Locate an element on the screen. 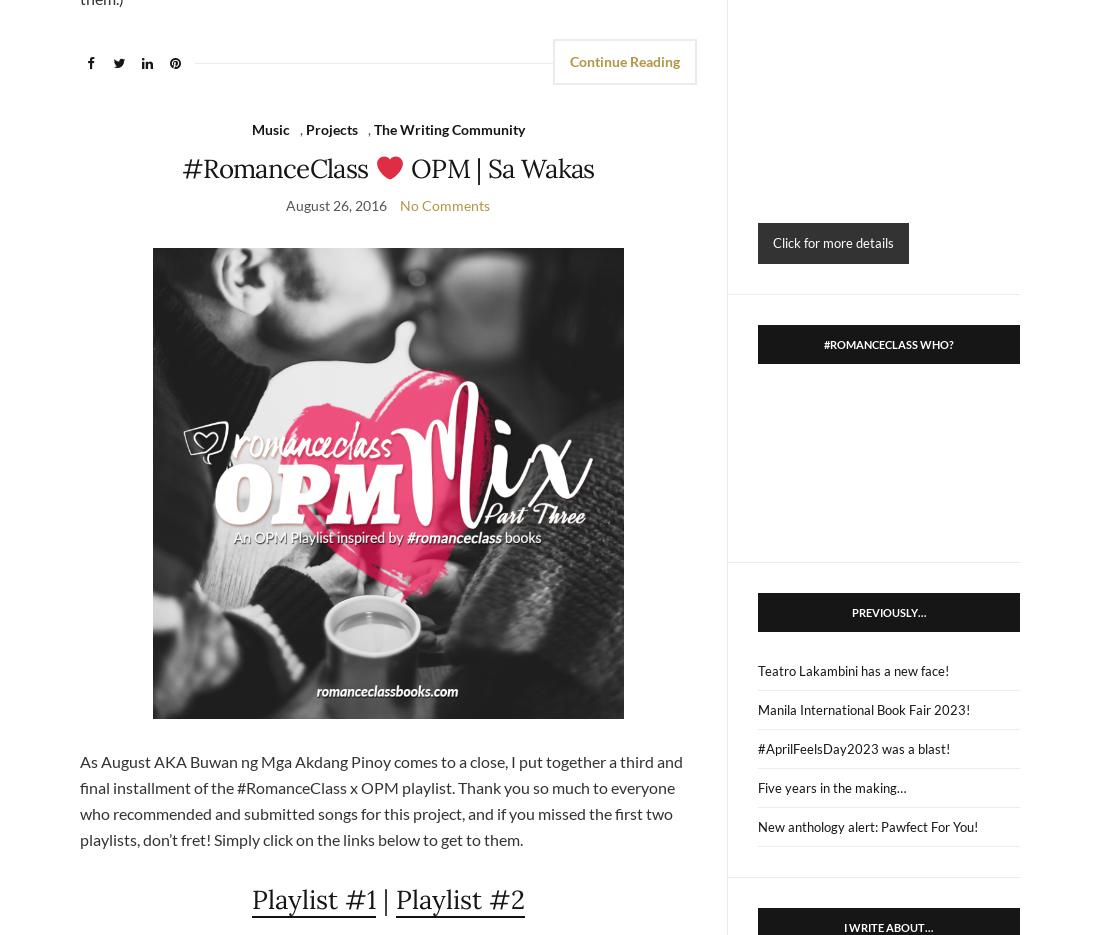 This screenshot has width=1100, height=935. 'Playlist #1' is located at coordinates (311, 898).